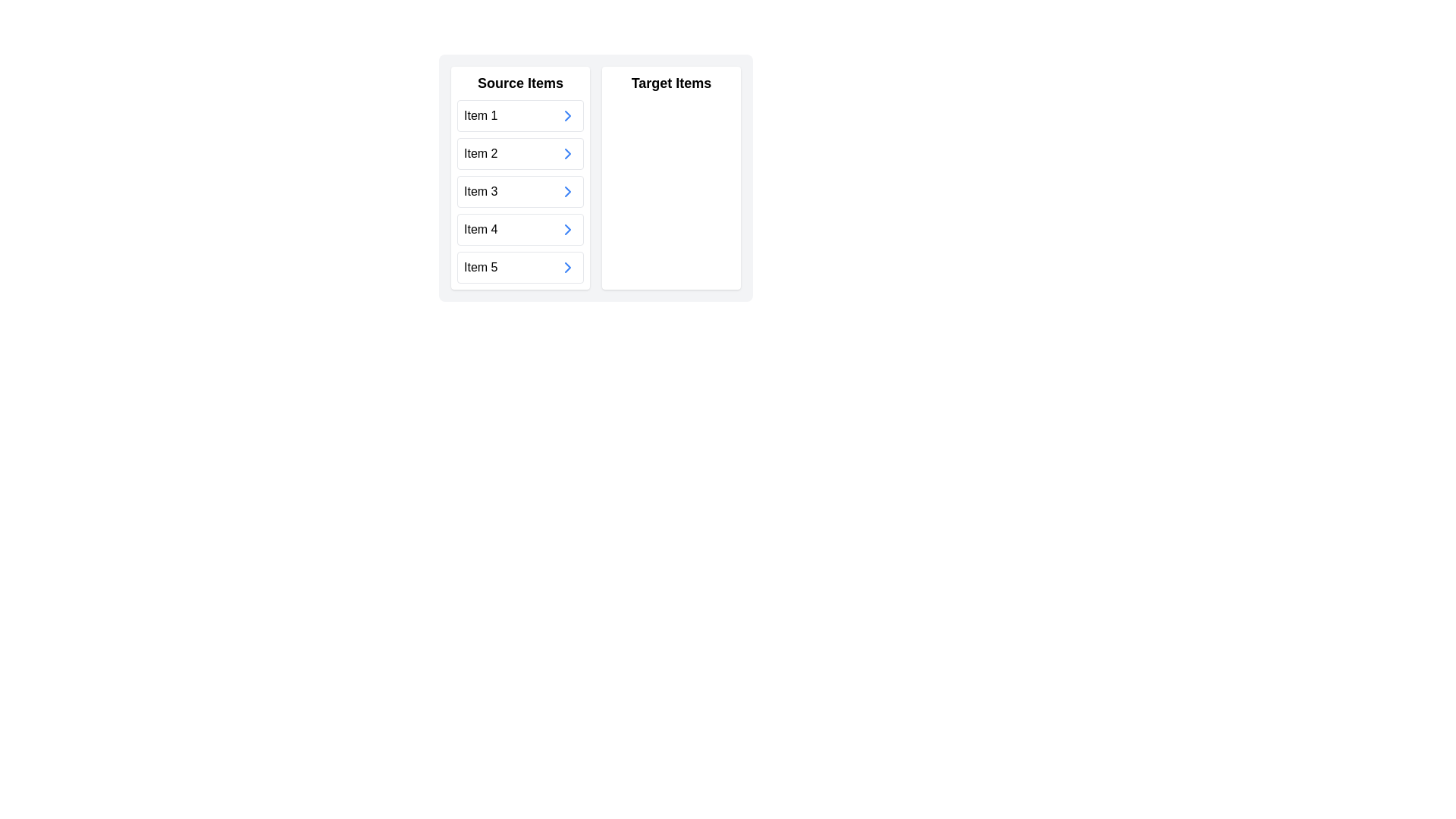 This screenshot has width=1456, height=819. I want to click on the chevron icon pointing to the right, which is the rightmost element in the row for 'Item 5' in the 'Source Items' list, so click(566, 267).